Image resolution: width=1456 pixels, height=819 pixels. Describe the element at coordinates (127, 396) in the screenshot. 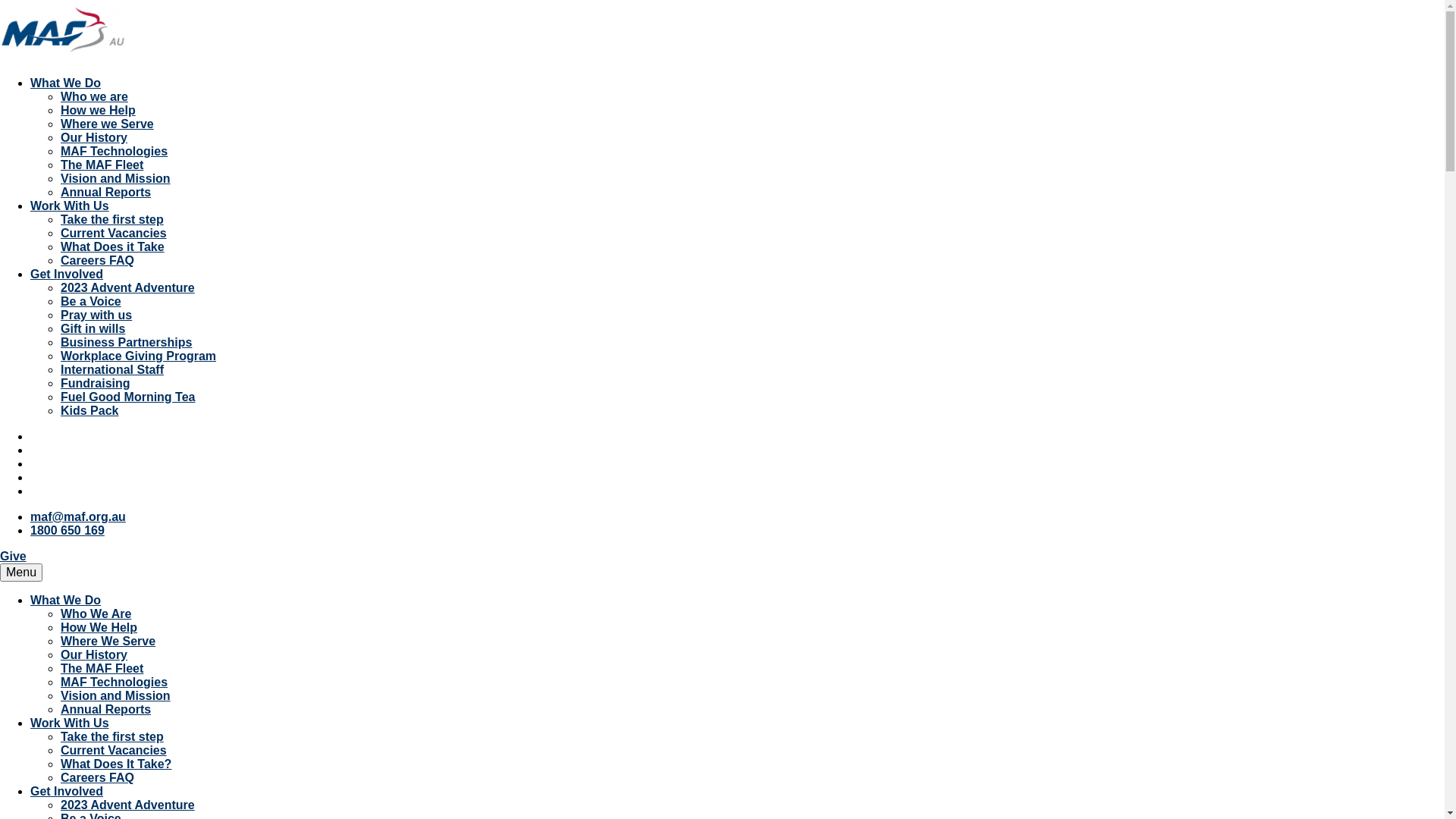

I see `'Fuel Good Morning Tea'` at that location.